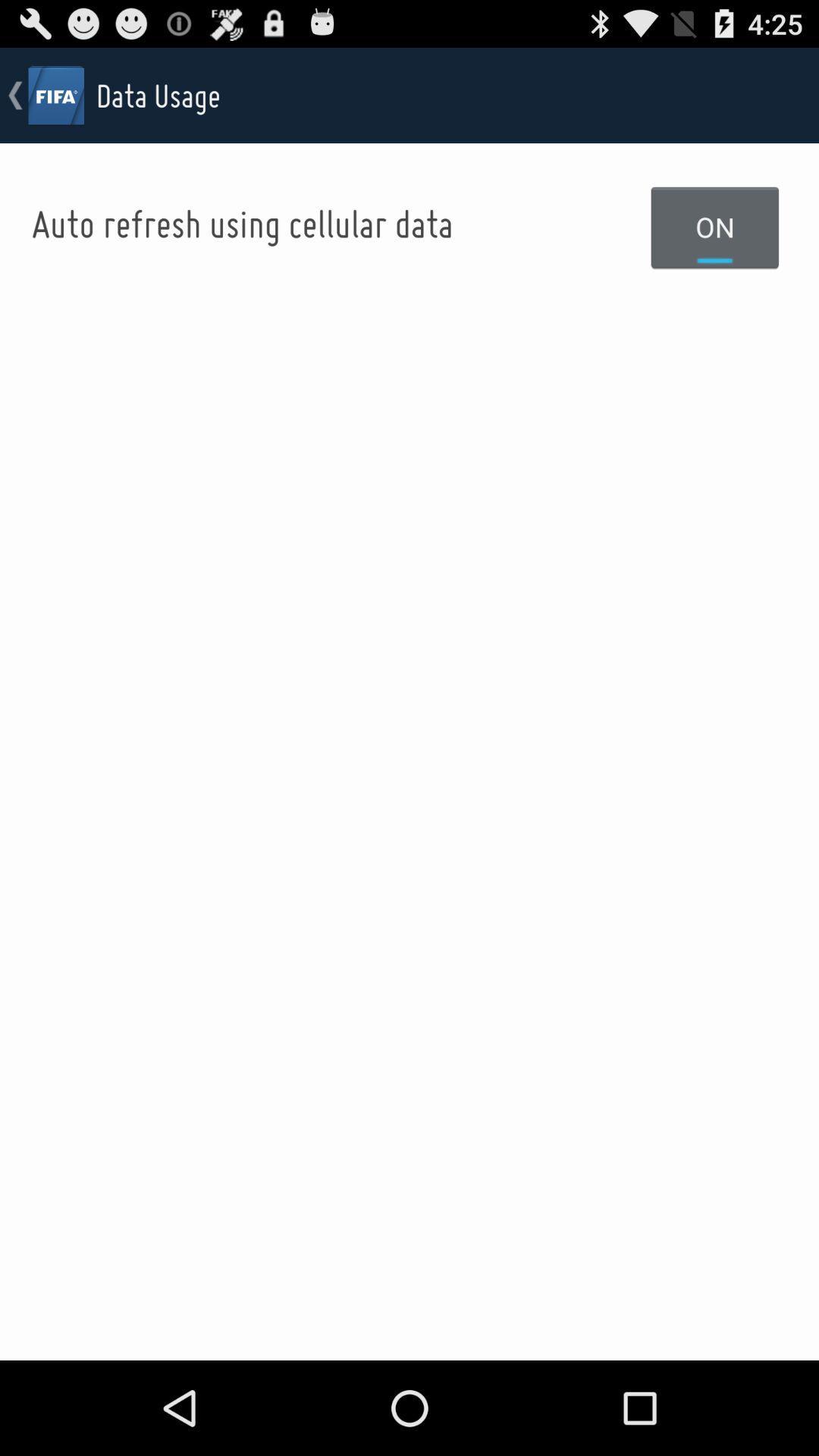 The height and width of the screenshot is (1456, 819). What do you see at coordinates (715, 226) in the screenshot?
I see `on item` at bounding box center [715, 226].